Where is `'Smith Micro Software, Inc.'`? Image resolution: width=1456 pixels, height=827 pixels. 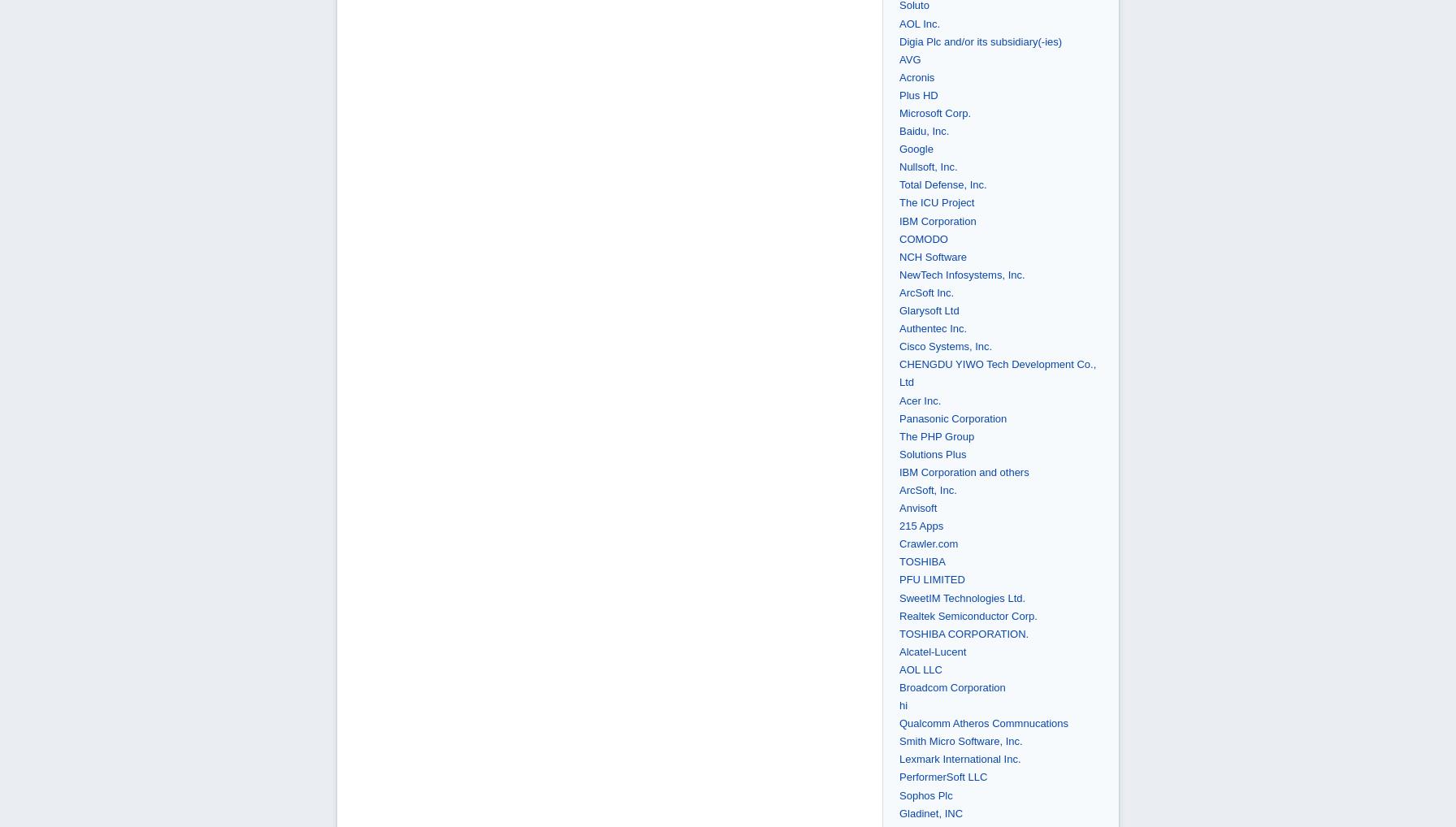 'Smith Micro Software, Inc.' is located at coordinates (960, 741).